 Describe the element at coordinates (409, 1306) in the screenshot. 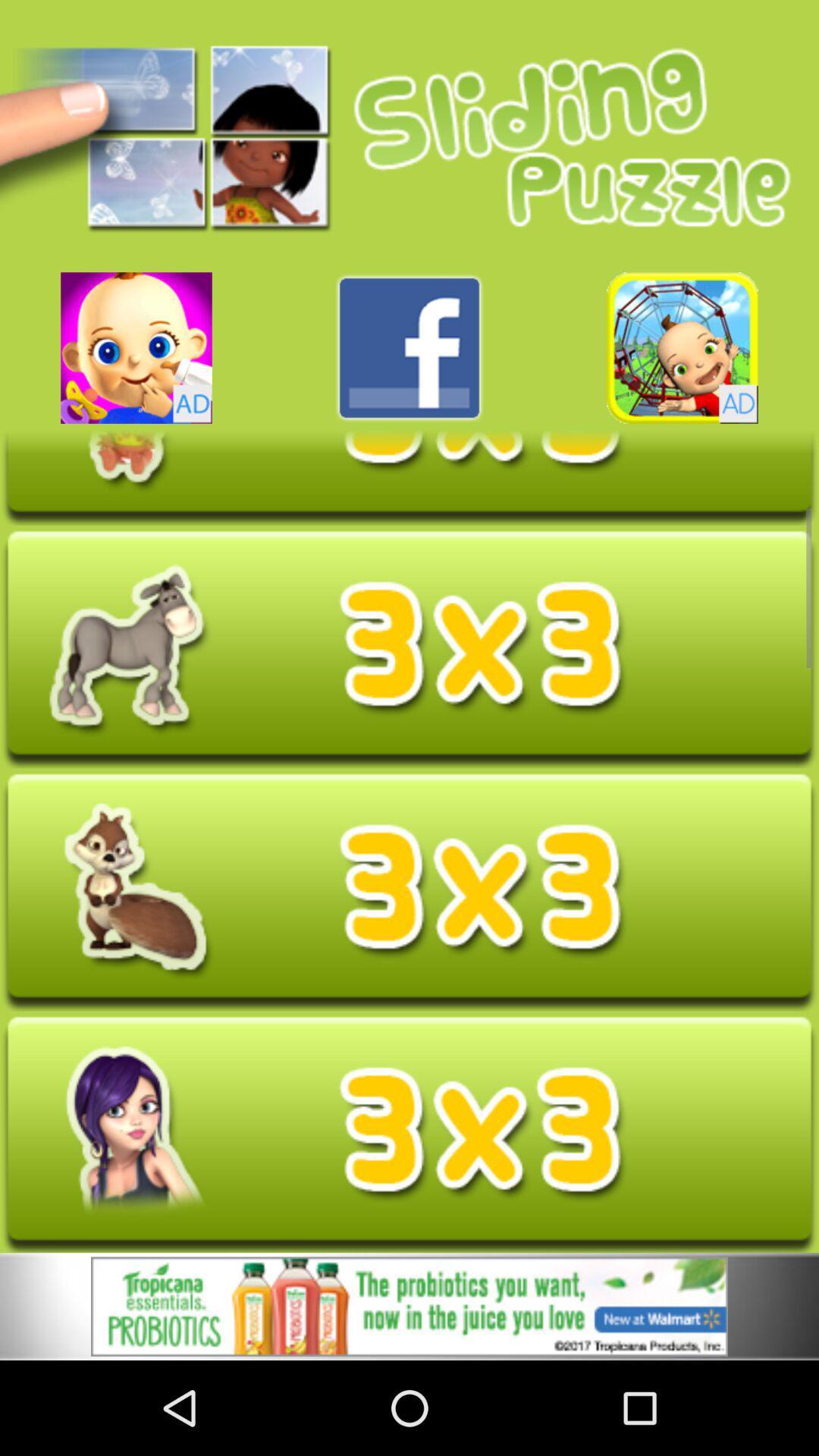

I see `advertisement banner icon` at that location.